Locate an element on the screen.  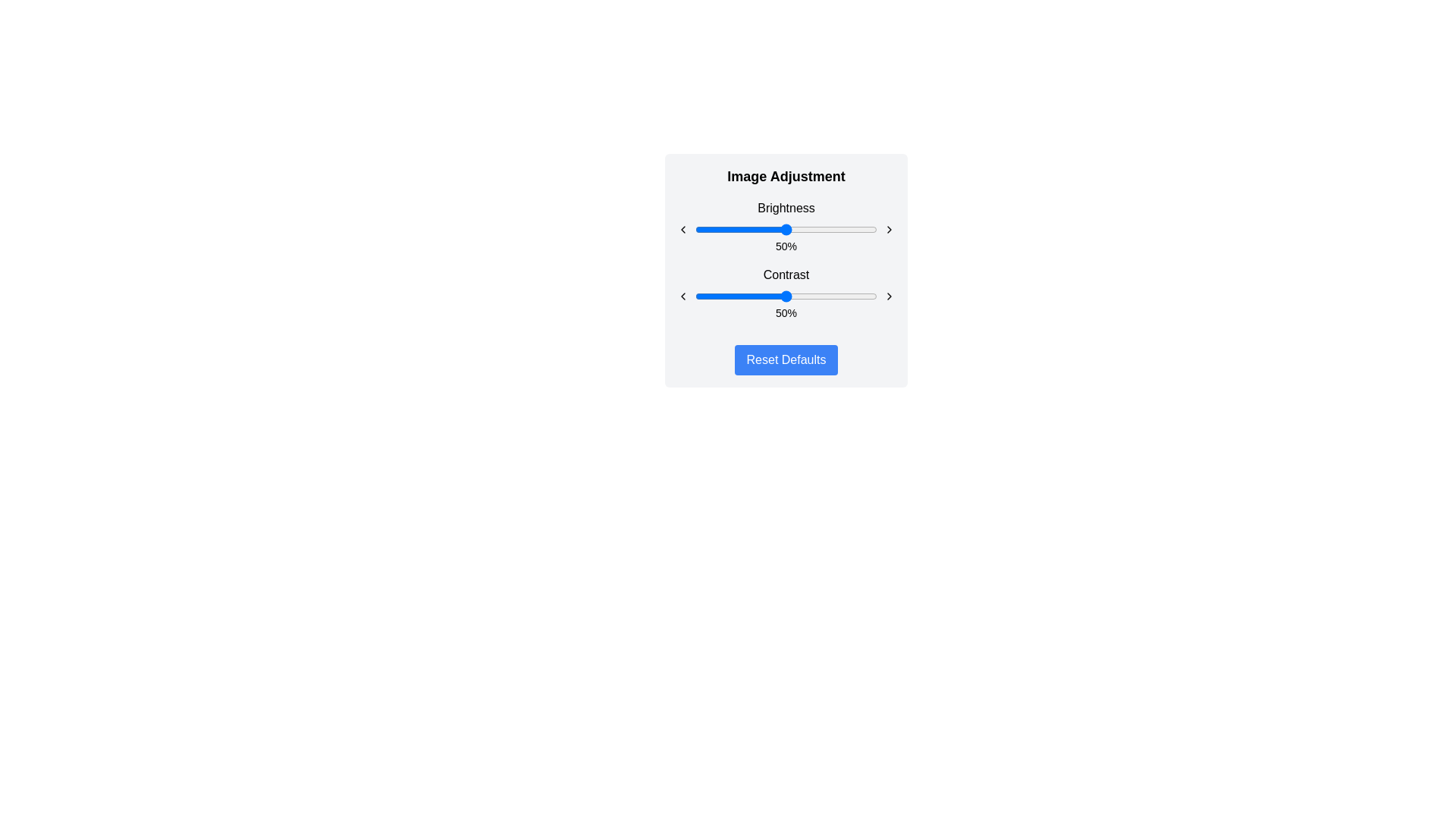
brightness is located at coordinates (870, 230).